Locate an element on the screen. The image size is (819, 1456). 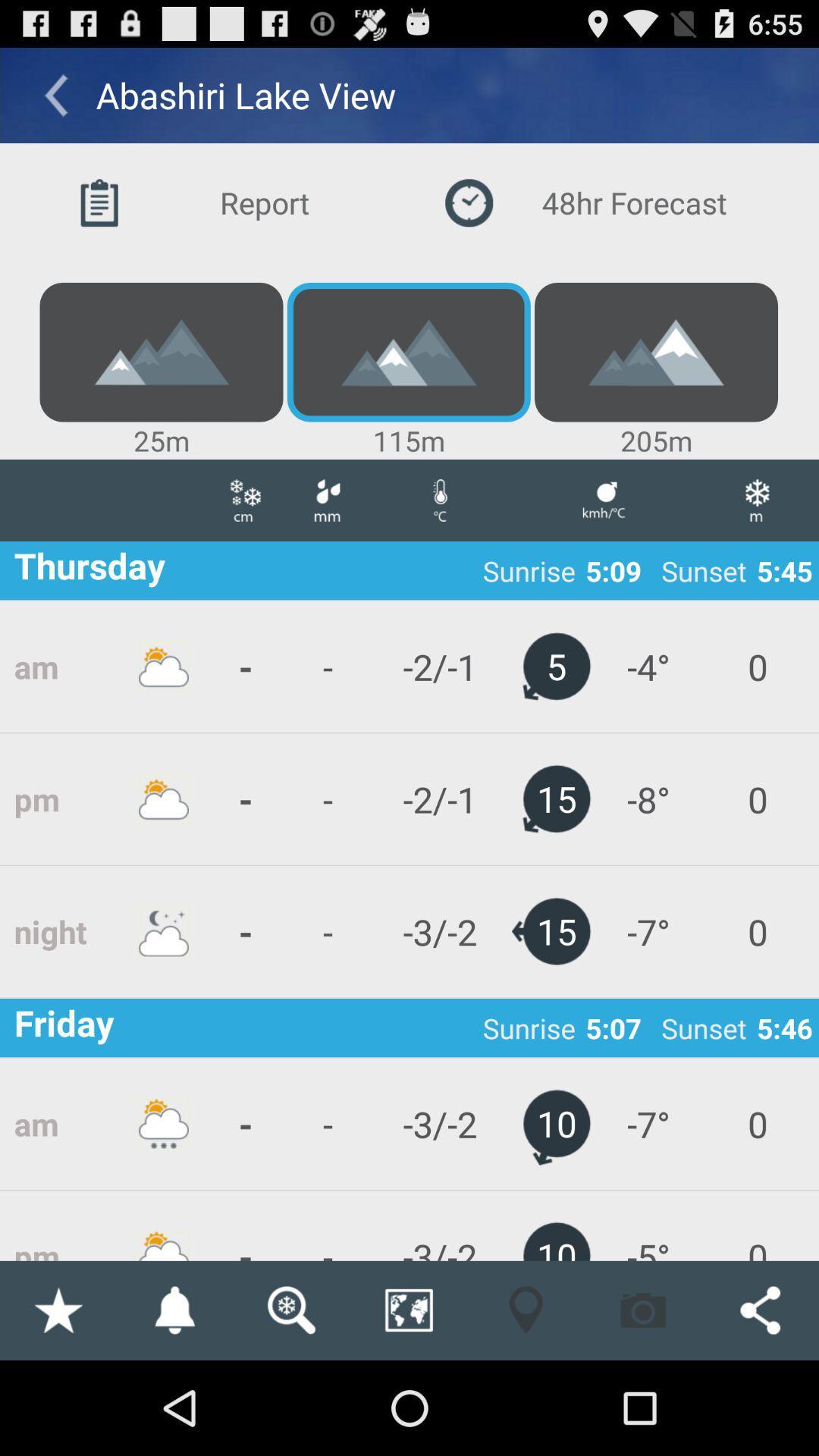
the share icon is located at coordinates (760, 1401).